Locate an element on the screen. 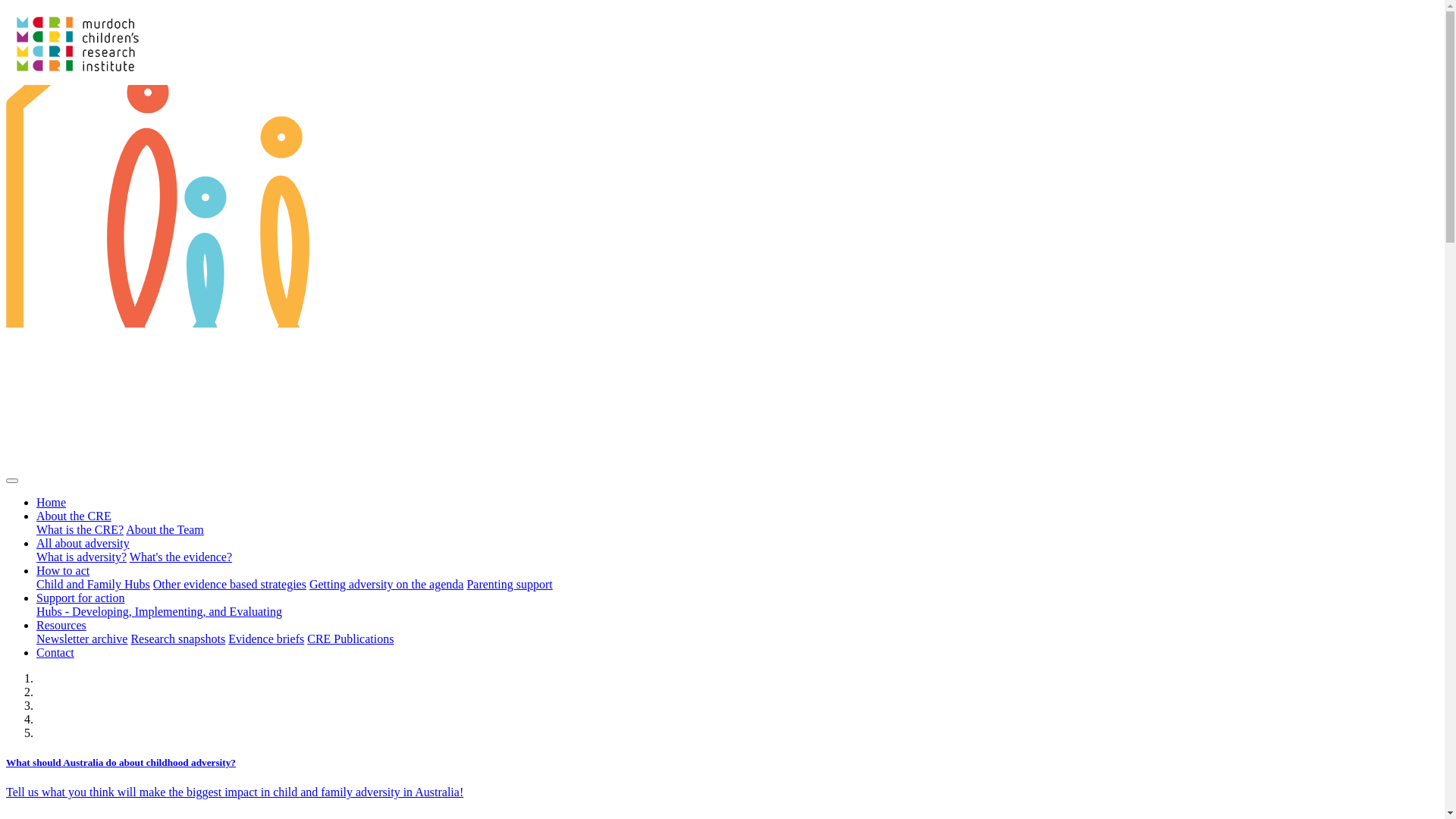 This screenshot has height=819, width=1456. 'Evidence briefs' is located at coordinates (265, 639).